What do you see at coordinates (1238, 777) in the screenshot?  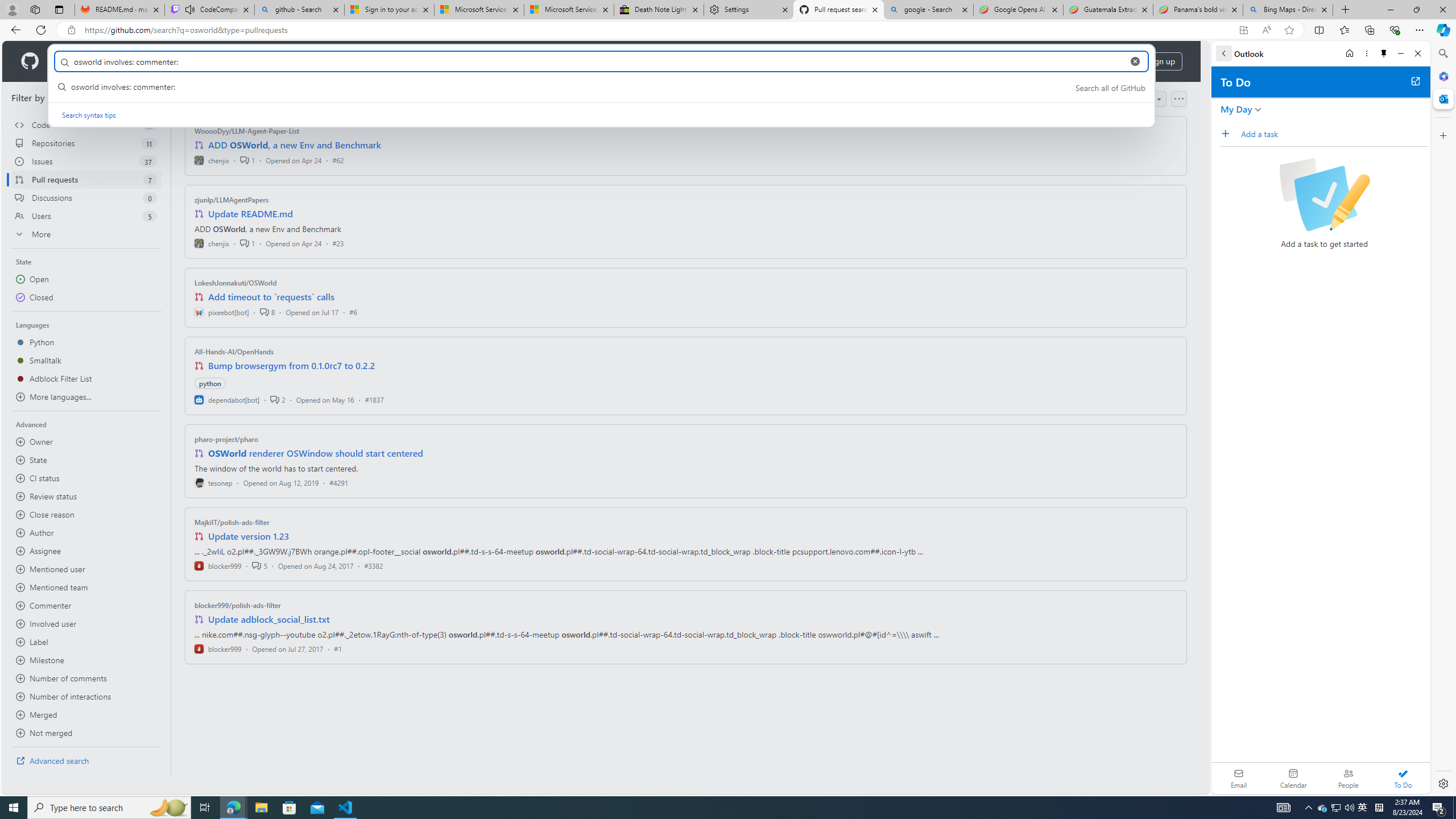 I see `'Email'` at bounding box center [1238, 777].